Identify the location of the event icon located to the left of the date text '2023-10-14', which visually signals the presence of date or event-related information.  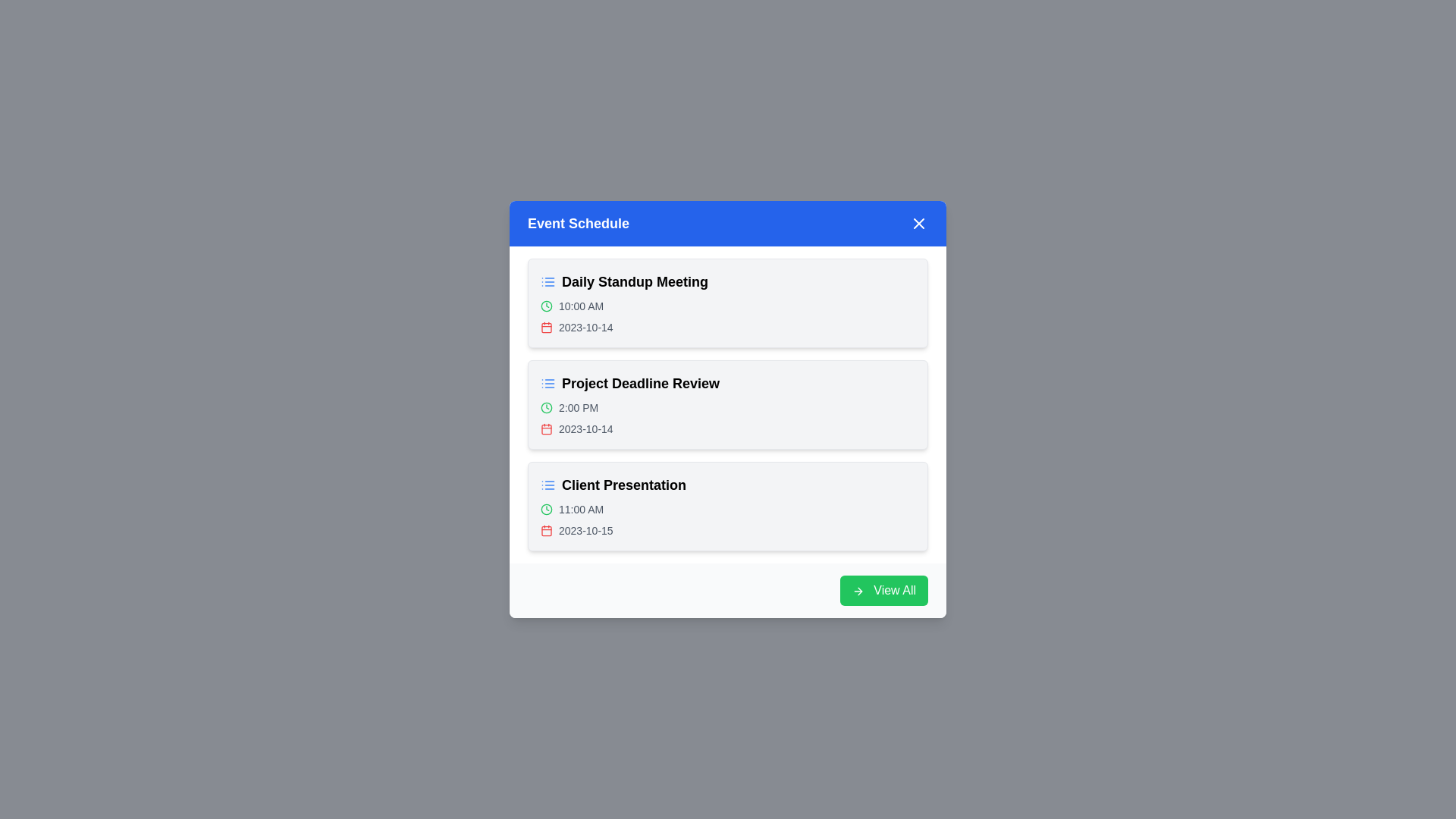
(546, 429).